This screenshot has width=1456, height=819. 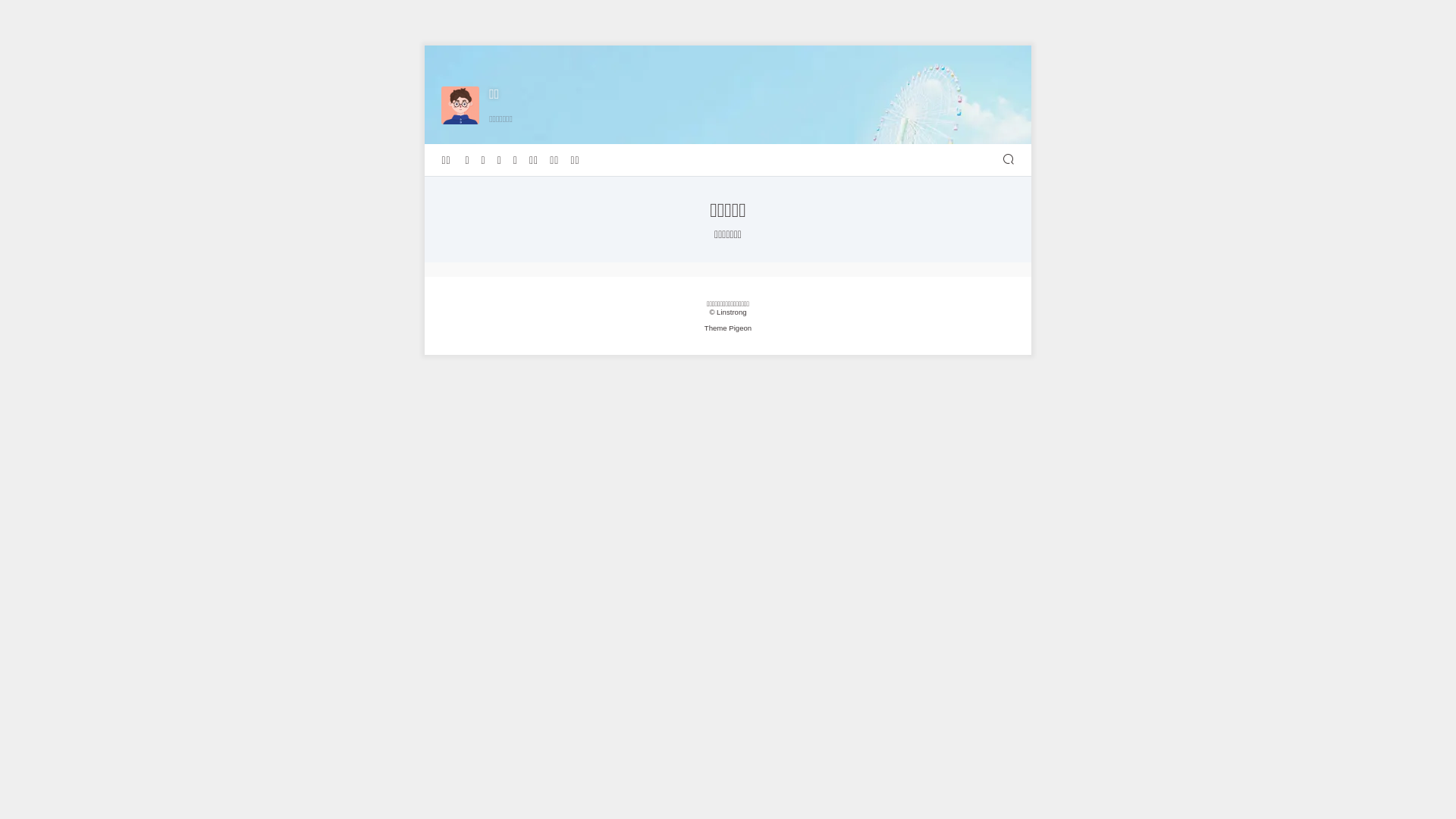 I want to click on 'Pigeon', so click(x=739, y=327).